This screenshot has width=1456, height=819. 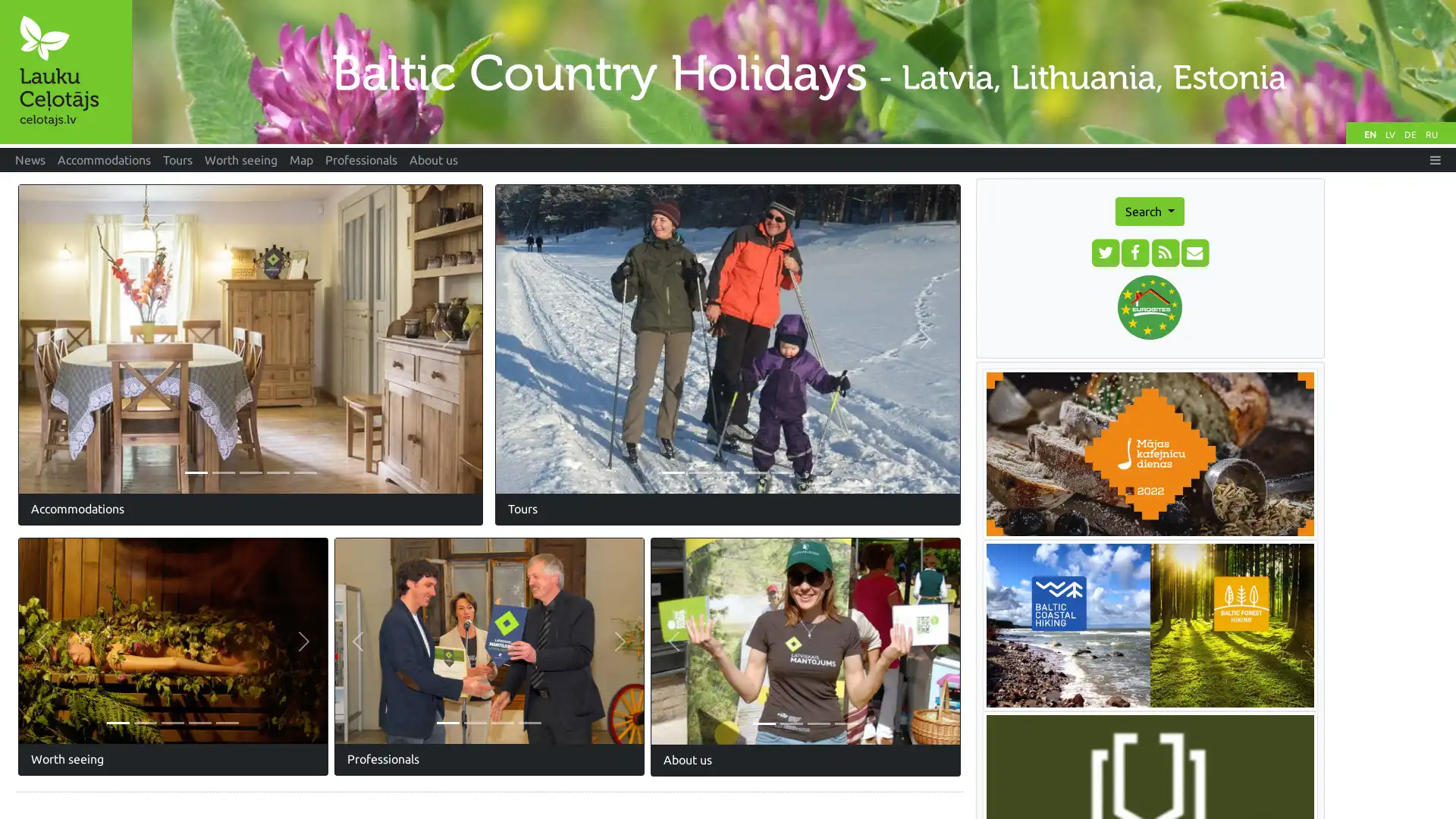 What do you see at coordinates (303, 641) in the screenshot?
I see `Next` at bounding box center [303, 641].